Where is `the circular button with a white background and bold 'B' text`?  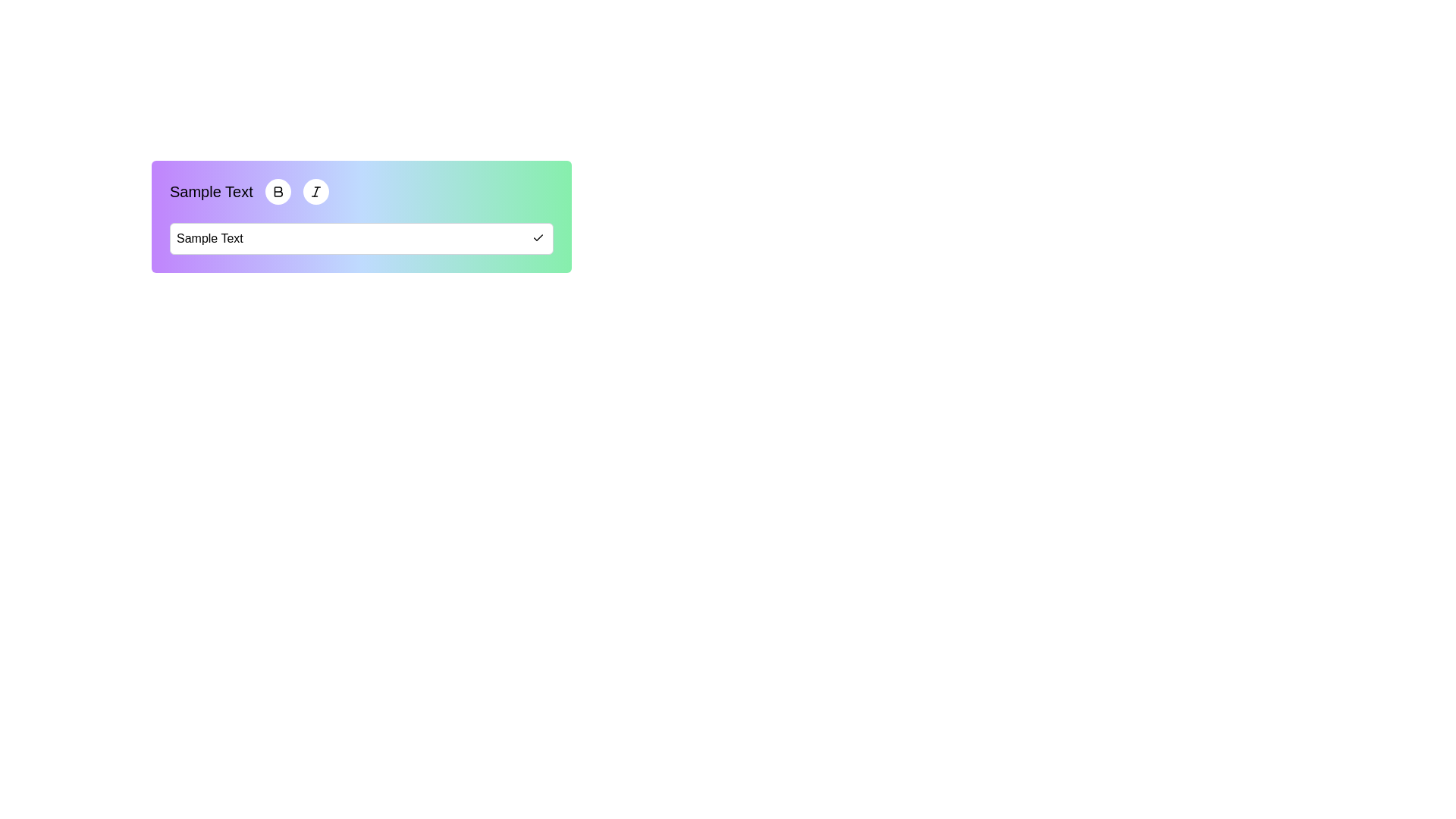
the circular button with a white background and bold 'B' text is located at coordinates (278, 191).